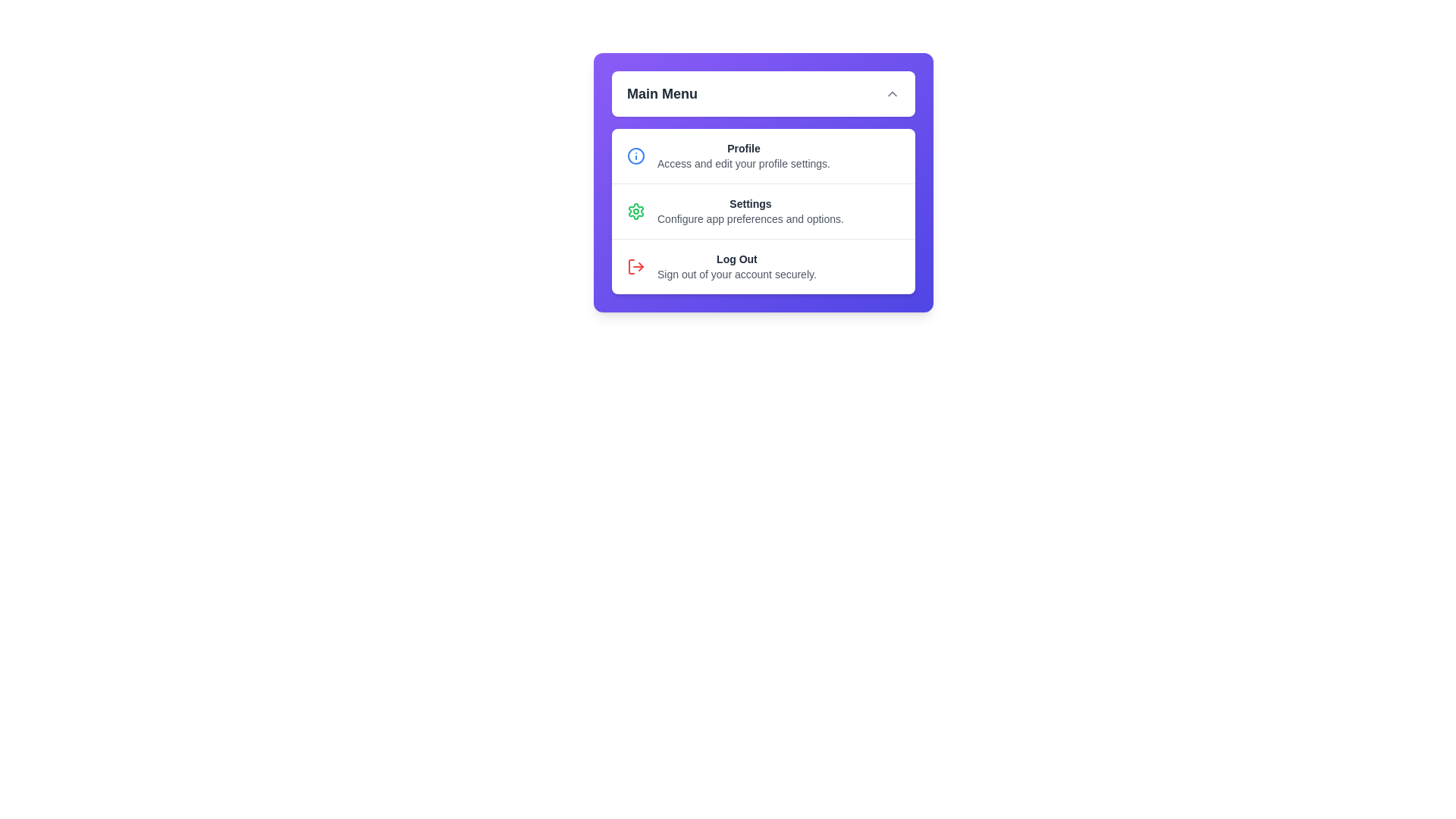 This screenshot has width=1456, height=819. What do you see at coordinates (636, 155) in the screenshot?
I see `the icon next to the Profile menu item` at bounding box center [636, 155].